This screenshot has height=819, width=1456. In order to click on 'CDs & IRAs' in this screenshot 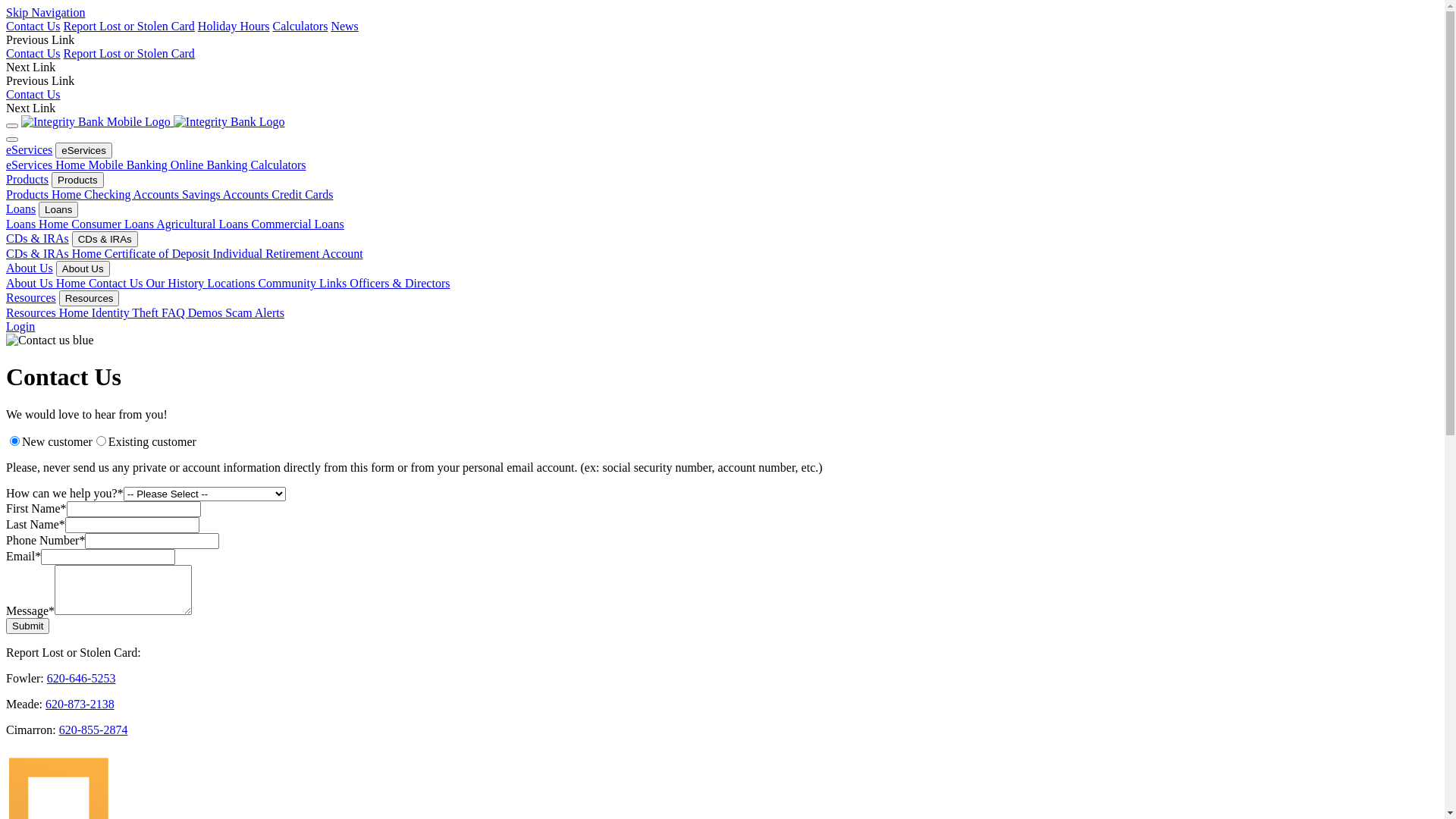, I will do `click(37, 238)`.